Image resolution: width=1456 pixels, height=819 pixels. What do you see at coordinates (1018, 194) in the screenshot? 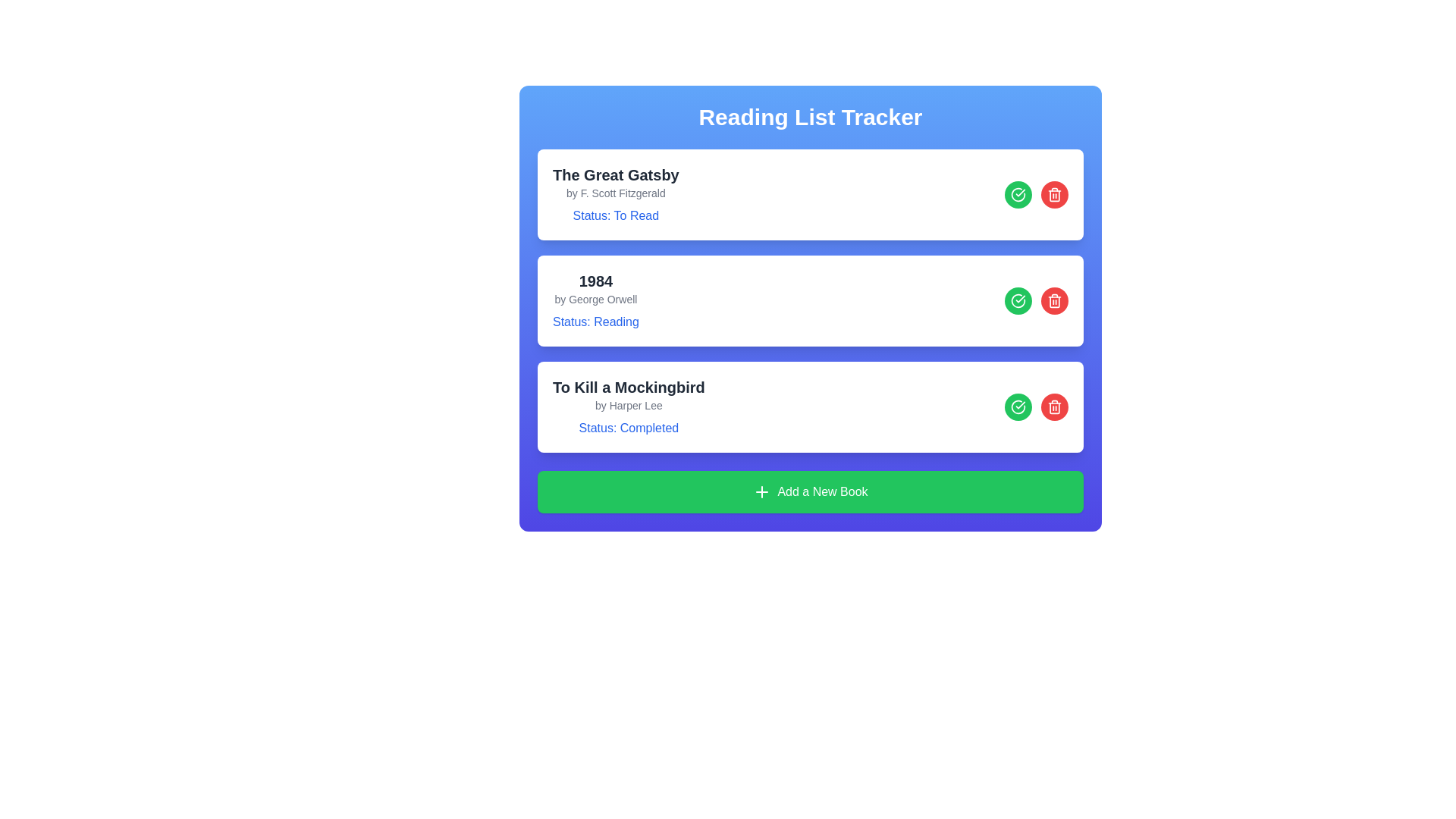
I see `the circular green button with a white checkmark located to the right of the item's text information in the first item row of the list, which is positioned left of a red delete button` at bounding box center [1018, 194].